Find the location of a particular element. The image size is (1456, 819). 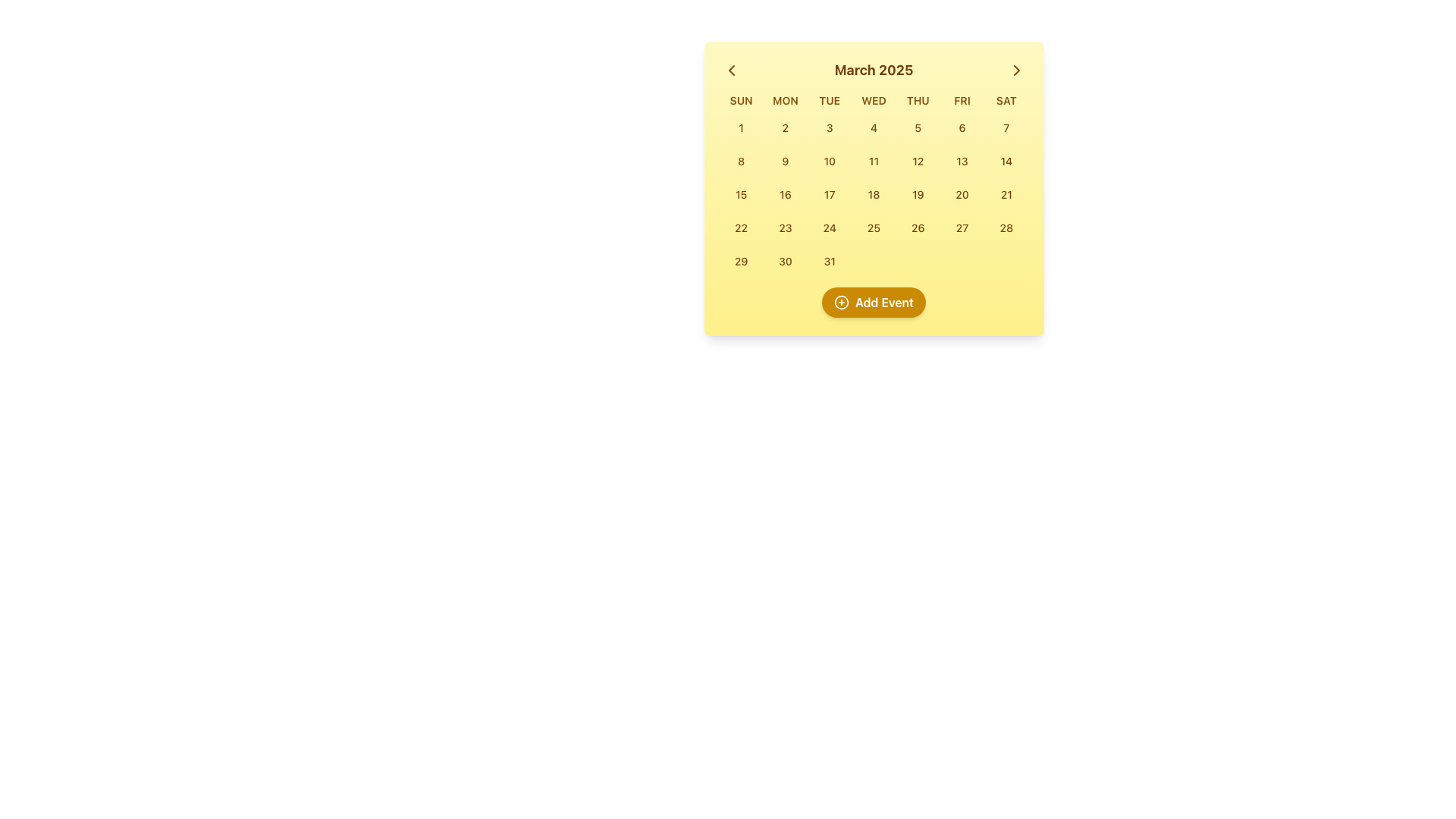

the text element displaying the number '12' in bold dark yellowish-brown font located in the fifth cell of the fifth row of the calendar grid is located at coordinates (917, 161).